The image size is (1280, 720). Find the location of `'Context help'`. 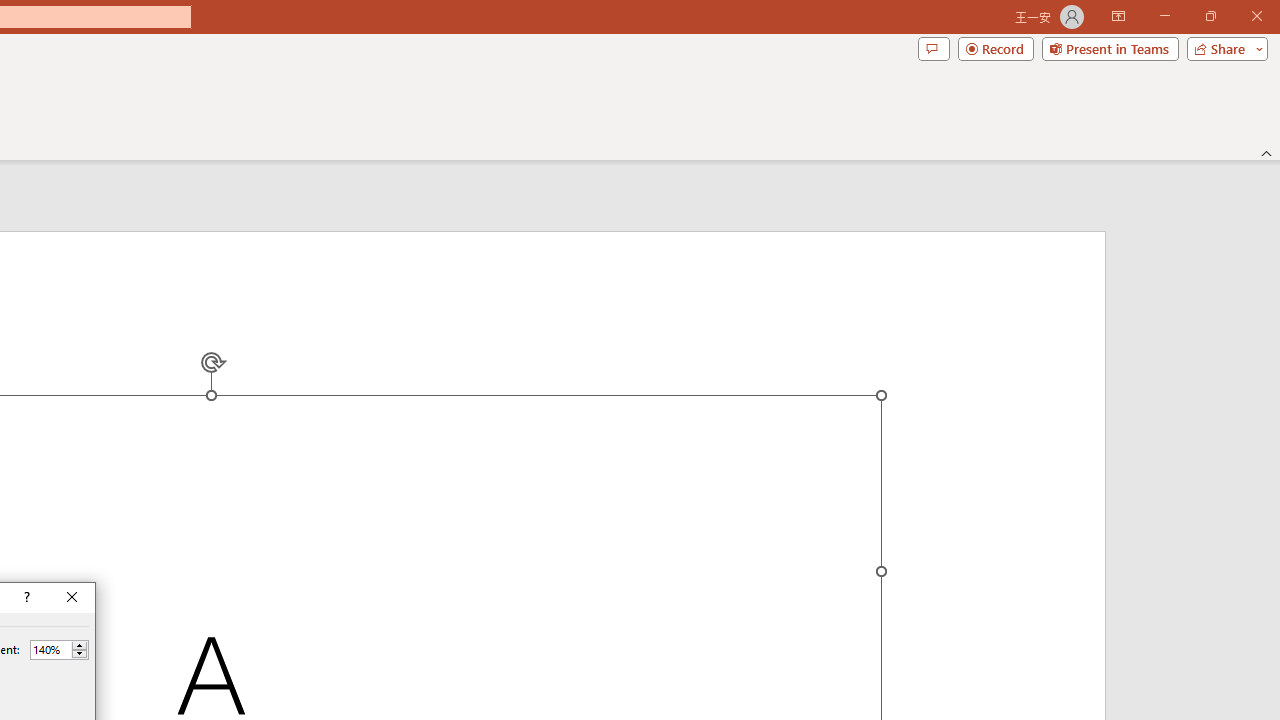

'Context help' is located at coordinates (25, 596).